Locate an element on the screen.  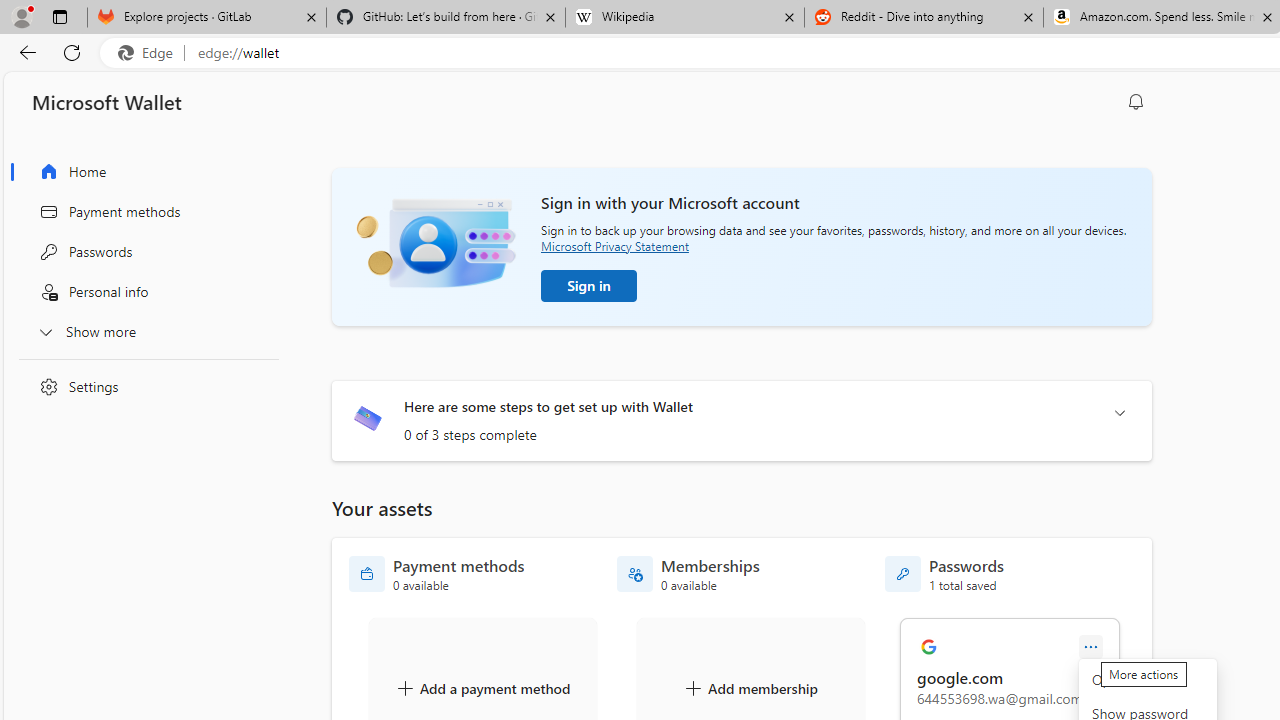
'Personal info' is located at coordinates (143, 292).